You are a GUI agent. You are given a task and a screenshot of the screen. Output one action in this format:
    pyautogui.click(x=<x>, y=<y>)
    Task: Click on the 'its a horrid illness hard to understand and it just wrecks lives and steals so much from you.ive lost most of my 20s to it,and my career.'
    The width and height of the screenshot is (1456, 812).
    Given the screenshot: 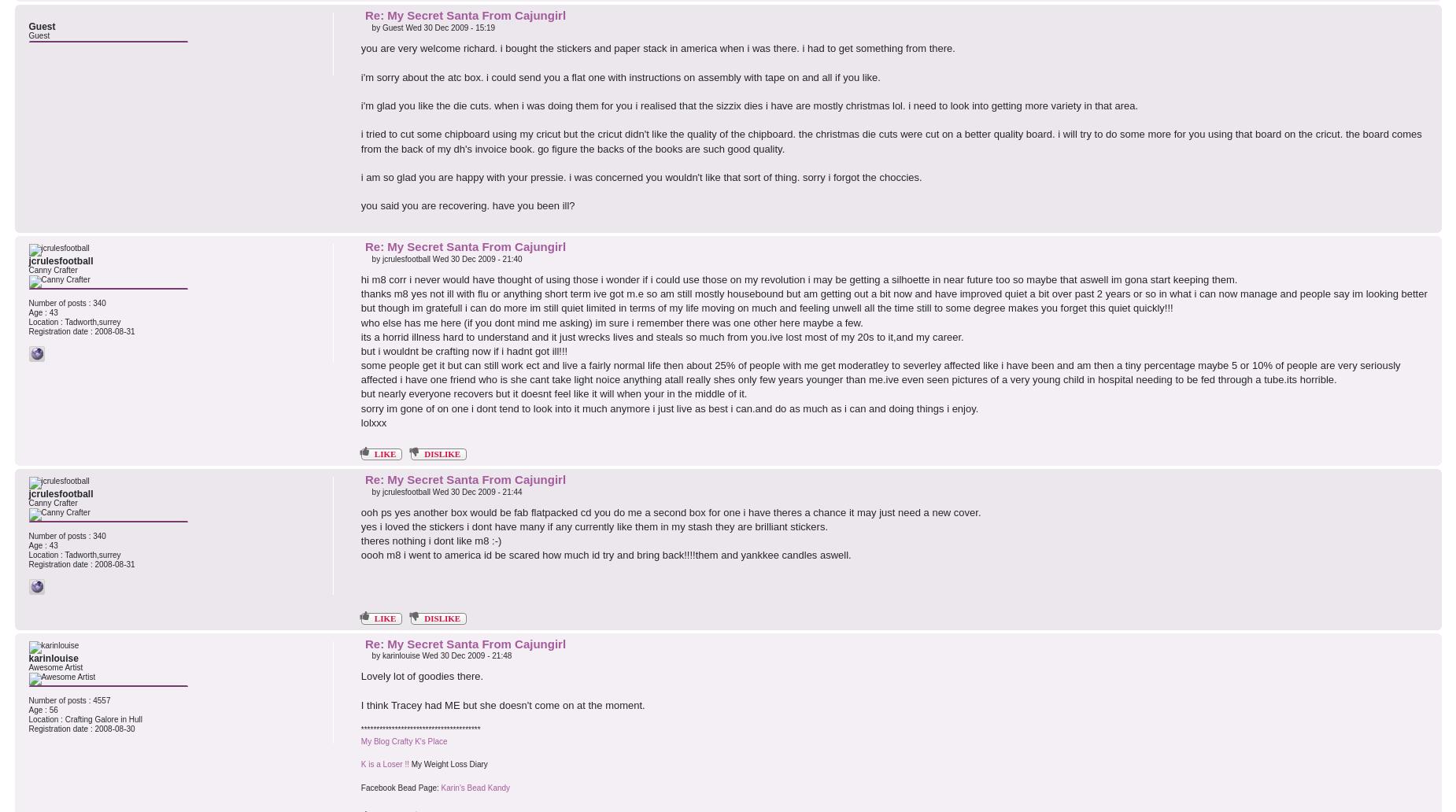 What is the action you would take?
    pyautogui.click(x=662, y=335)
    